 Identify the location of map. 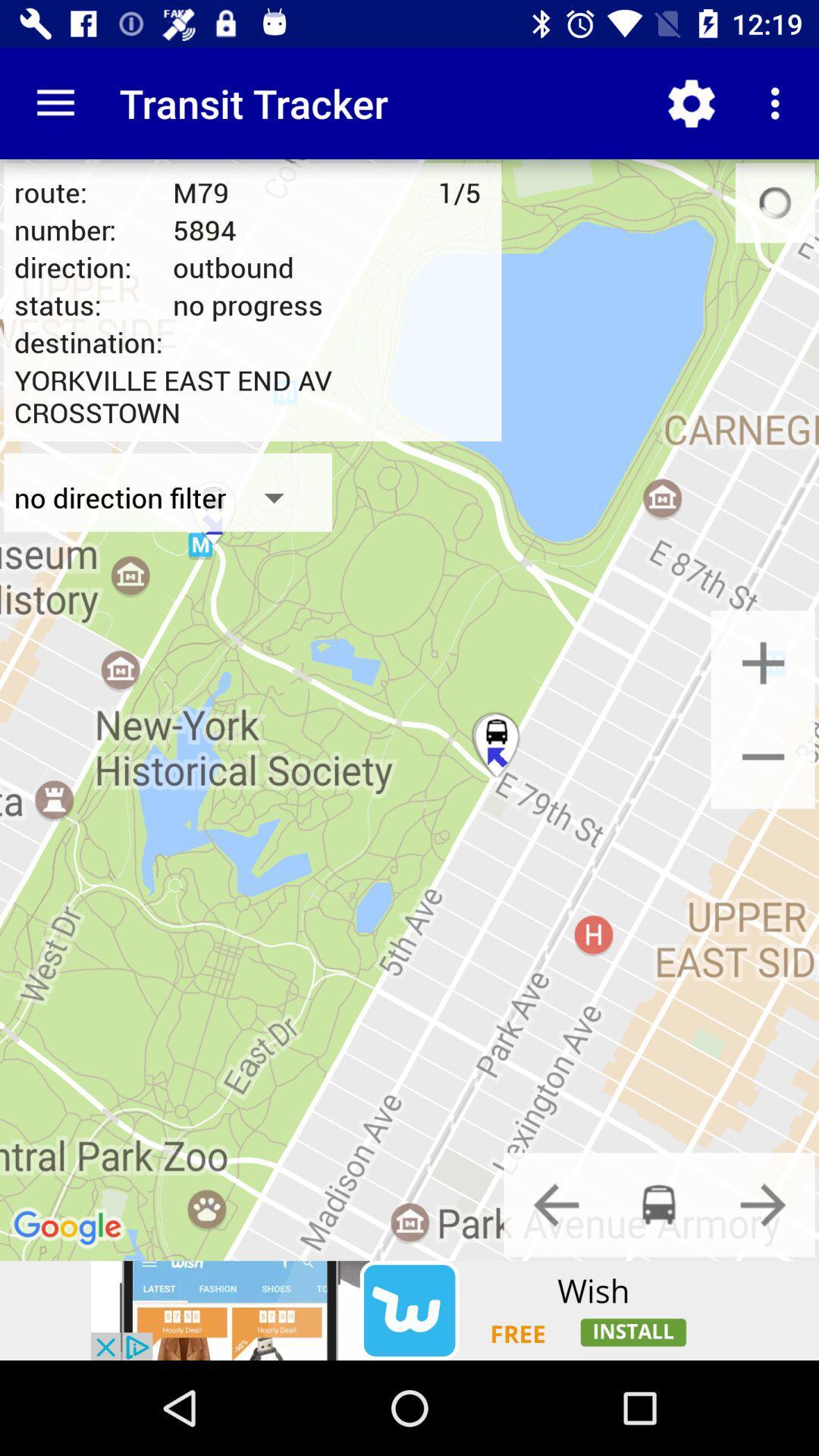
(763, 756).